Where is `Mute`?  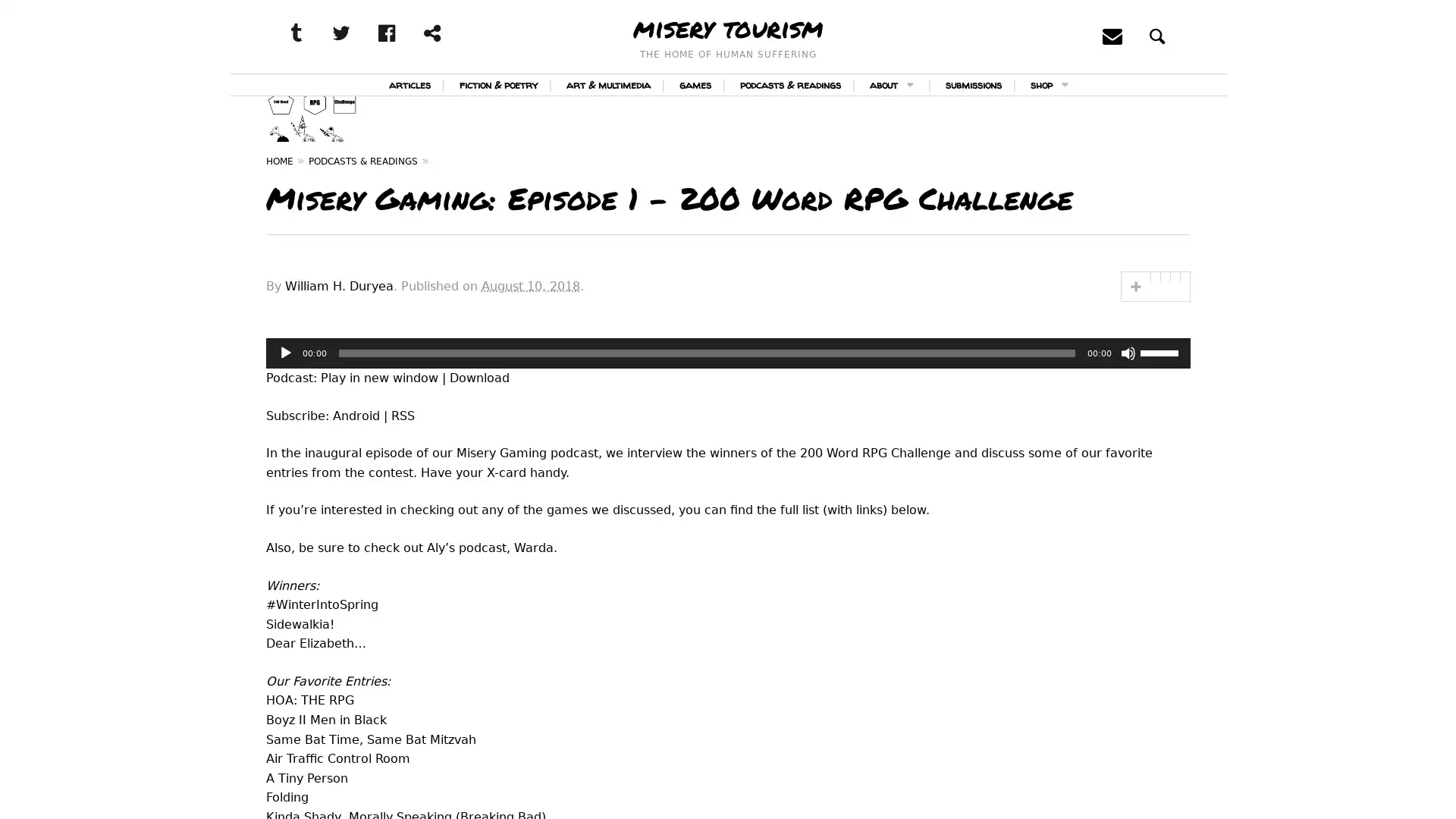
Mute is located at coordinates (1128, 412).